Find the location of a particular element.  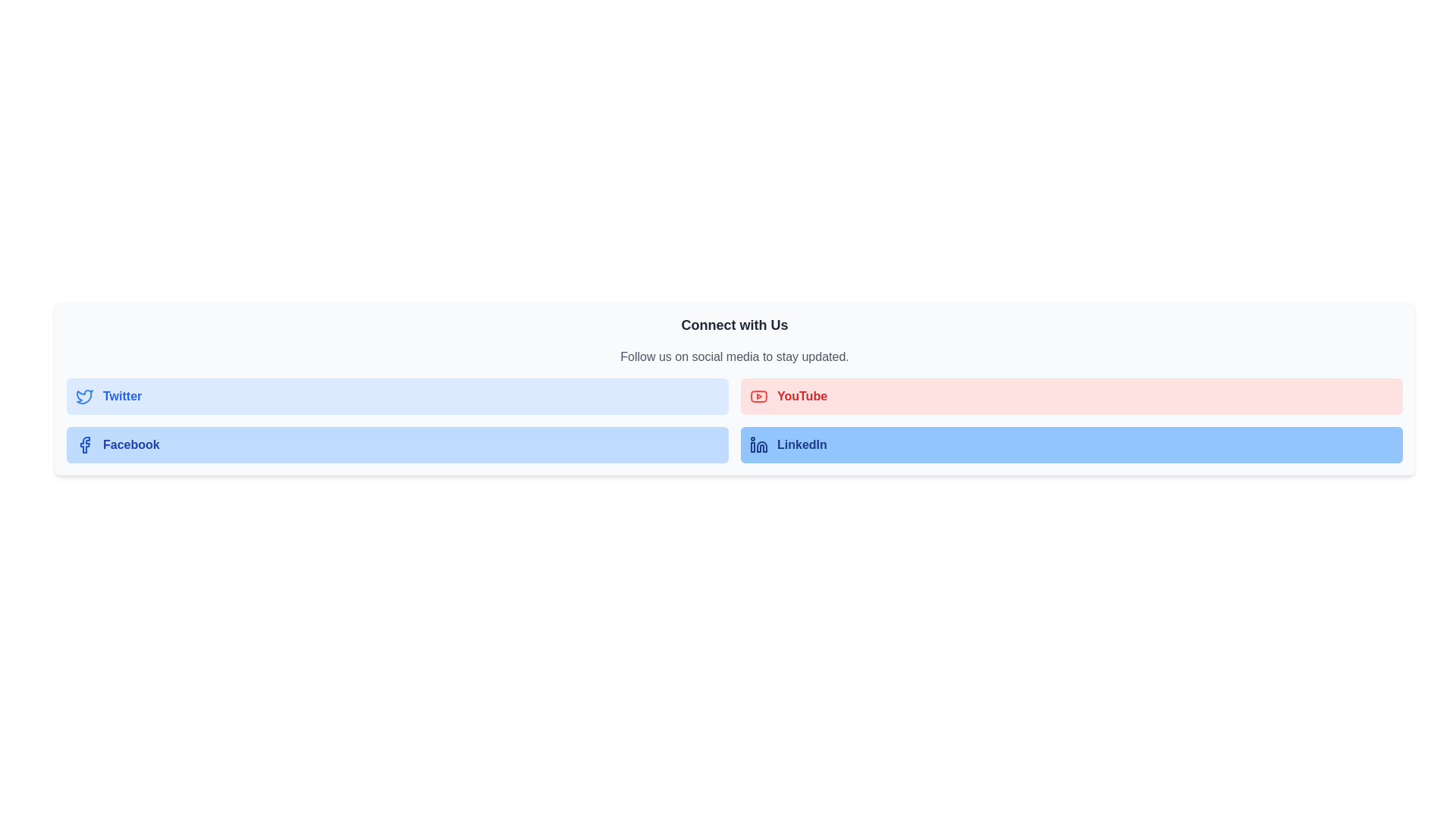

the LinkedIn decorative icon located at the bottom-right corner of the social media section, which is the leftmost component of the clickable button labeled 'LinkedIn' is located at coordinates (759, 444).